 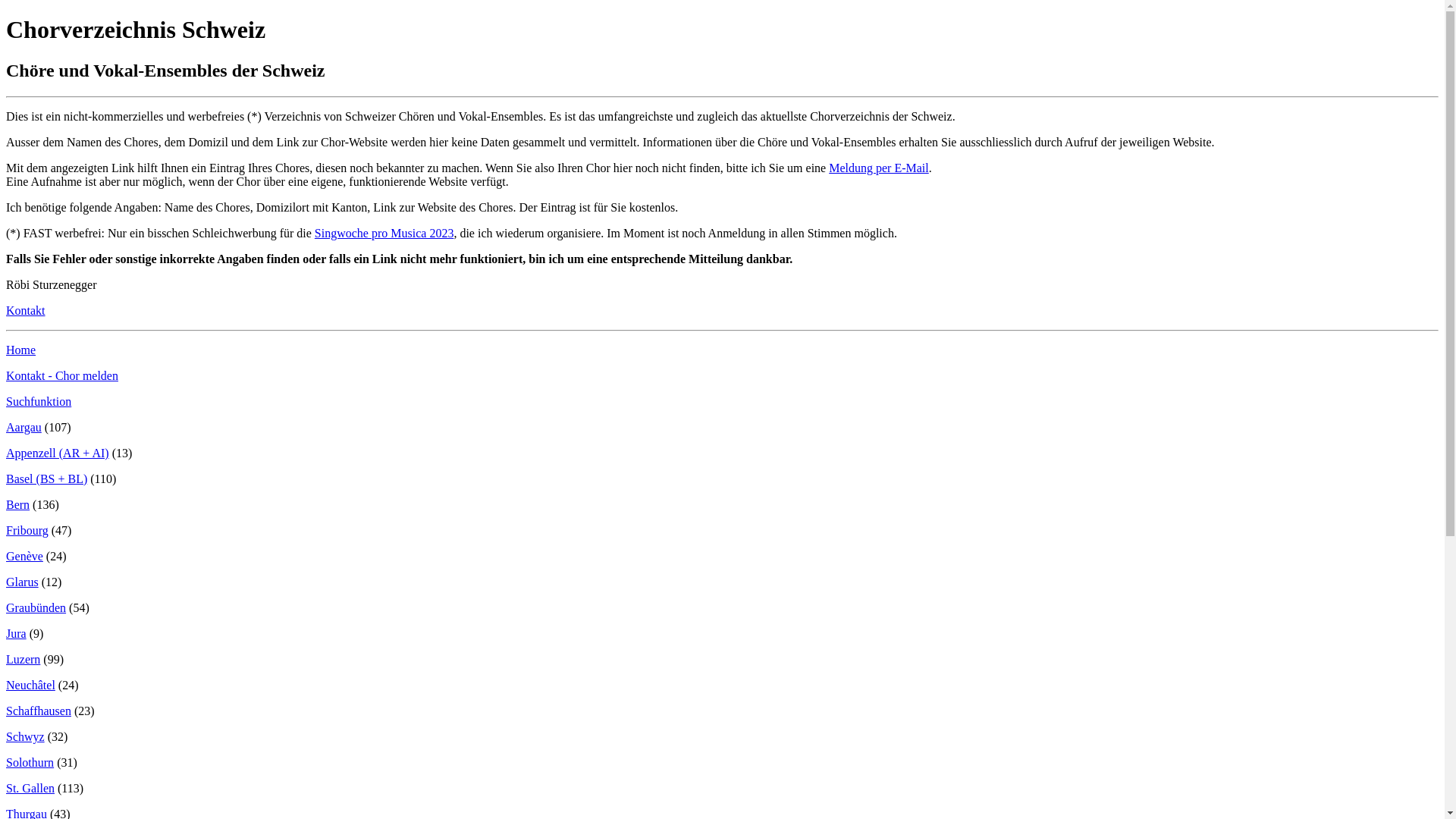 What do you see at coordinates (58, 452) in the screenshot?
I see `'Appenzell (AR + AI)'` at bounding box center [58, 452].